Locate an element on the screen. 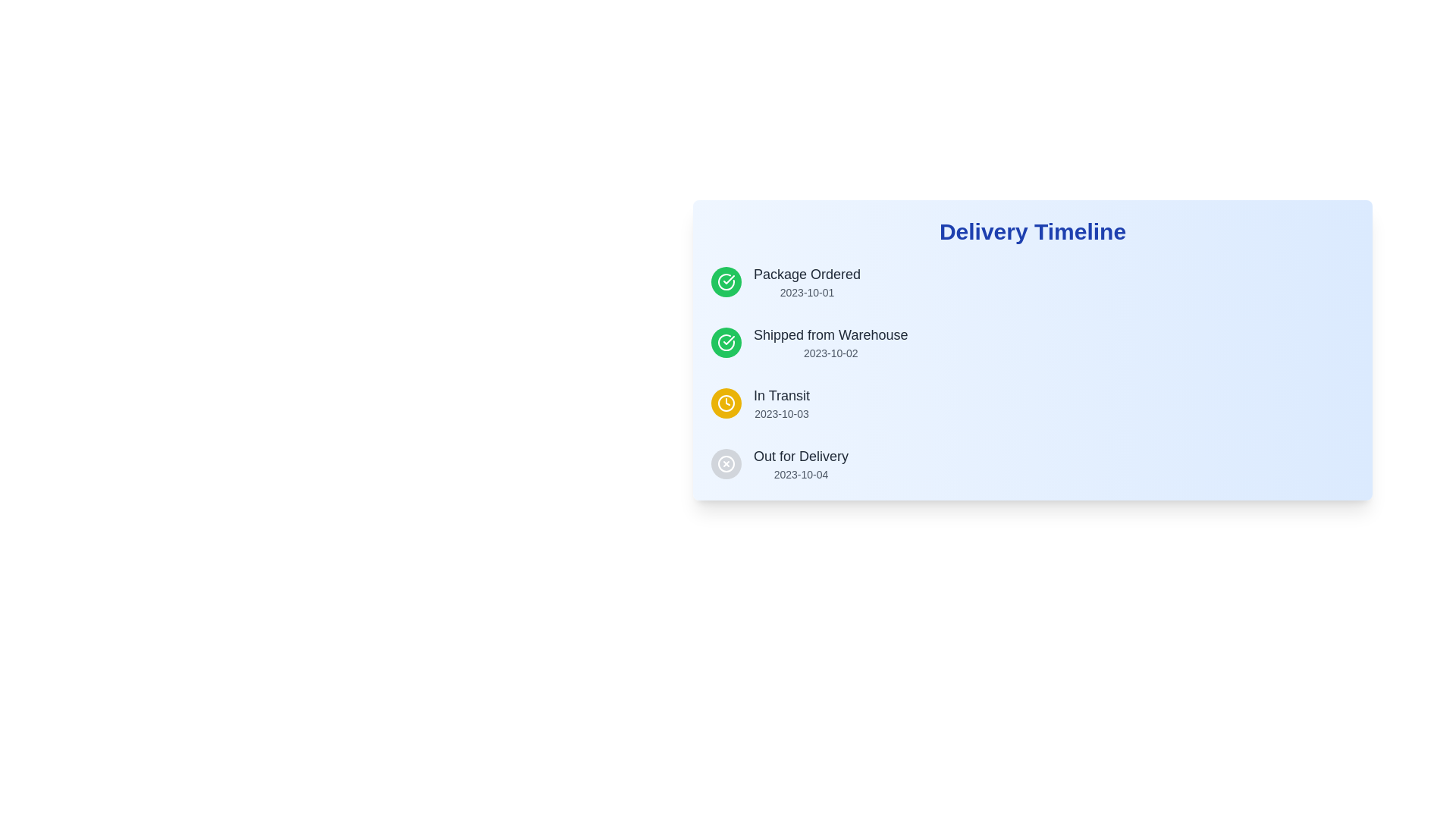  date text '2023-10-04' displayed in a small gray font below the 'Out for Delivery' text in the delivery timeline interface is located at coordinates (800, 473).